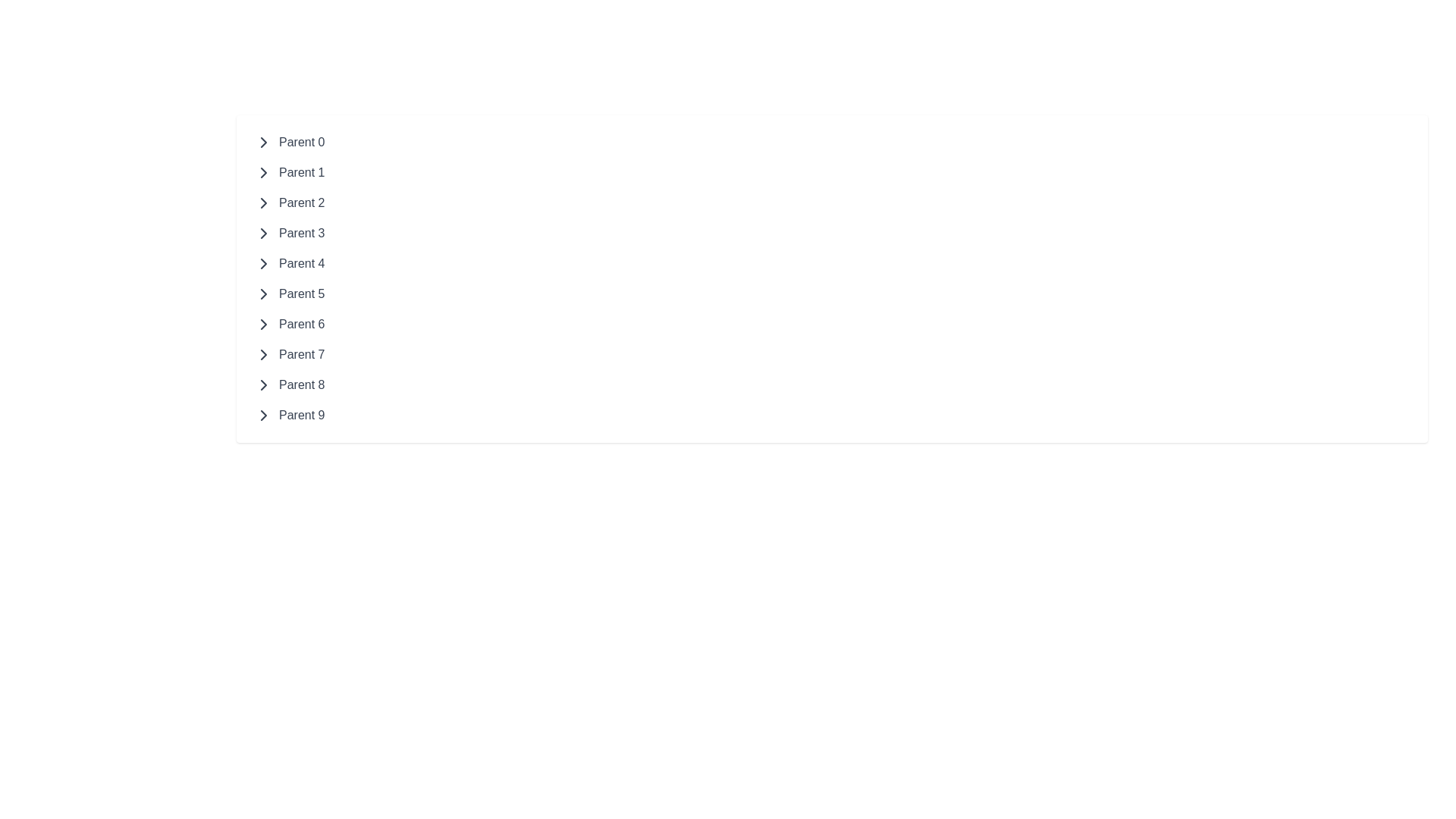  Describe the element at coordinates (290, 143) in the screenshot. I see `the first expandable list item located` at that location.